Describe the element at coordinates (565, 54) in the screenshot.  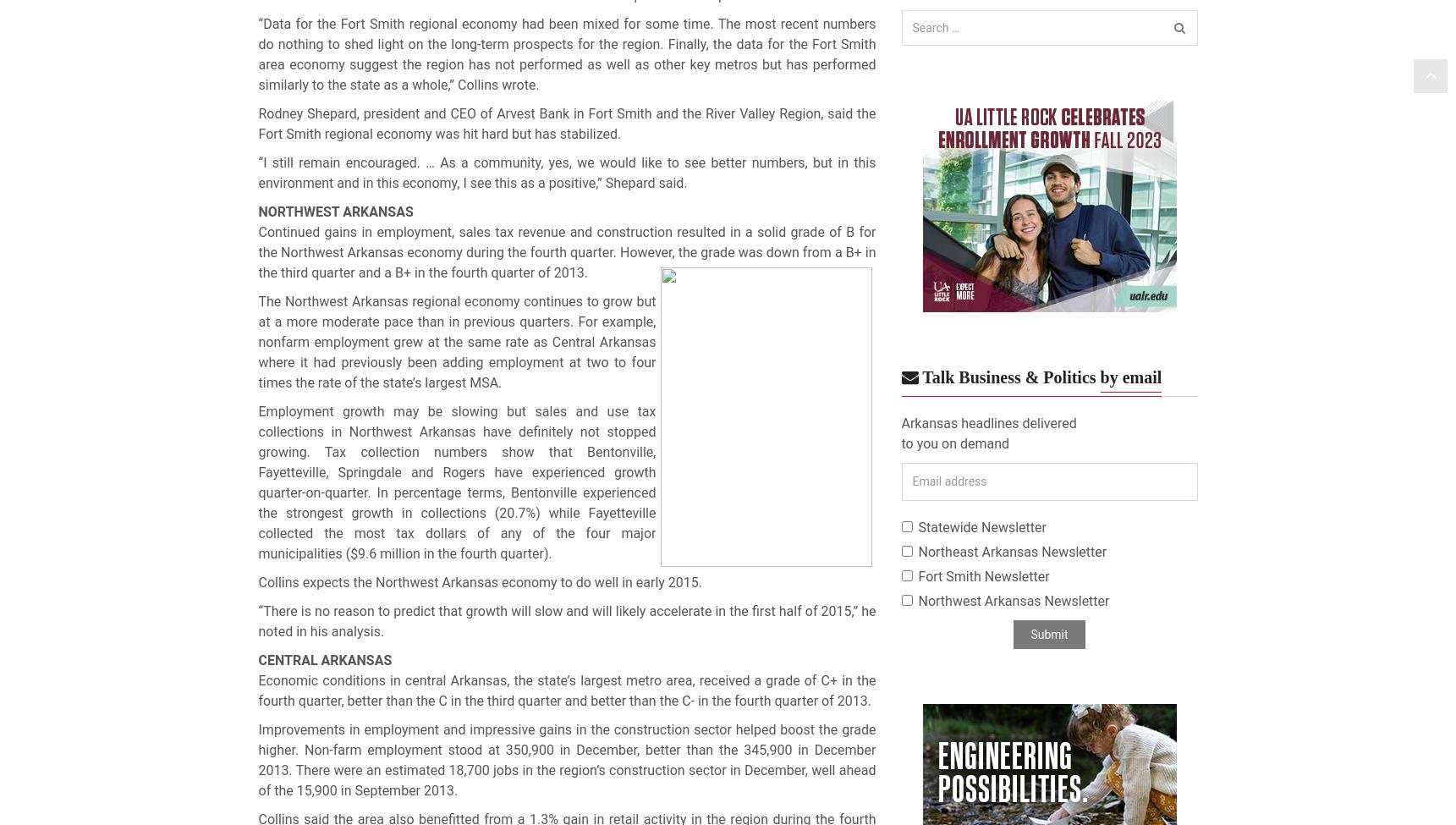
I see `'“Data for the Fort Smith regional economy had been mixed for some time. The most recent numbers do nothing to shed light on the long-term prospects for the region. Finally, the data for the Fort Smith area economy suggest the region has not performed as well as other key metros but has performed similarly to the state as a whole,” Collins wrote.'` at that location.